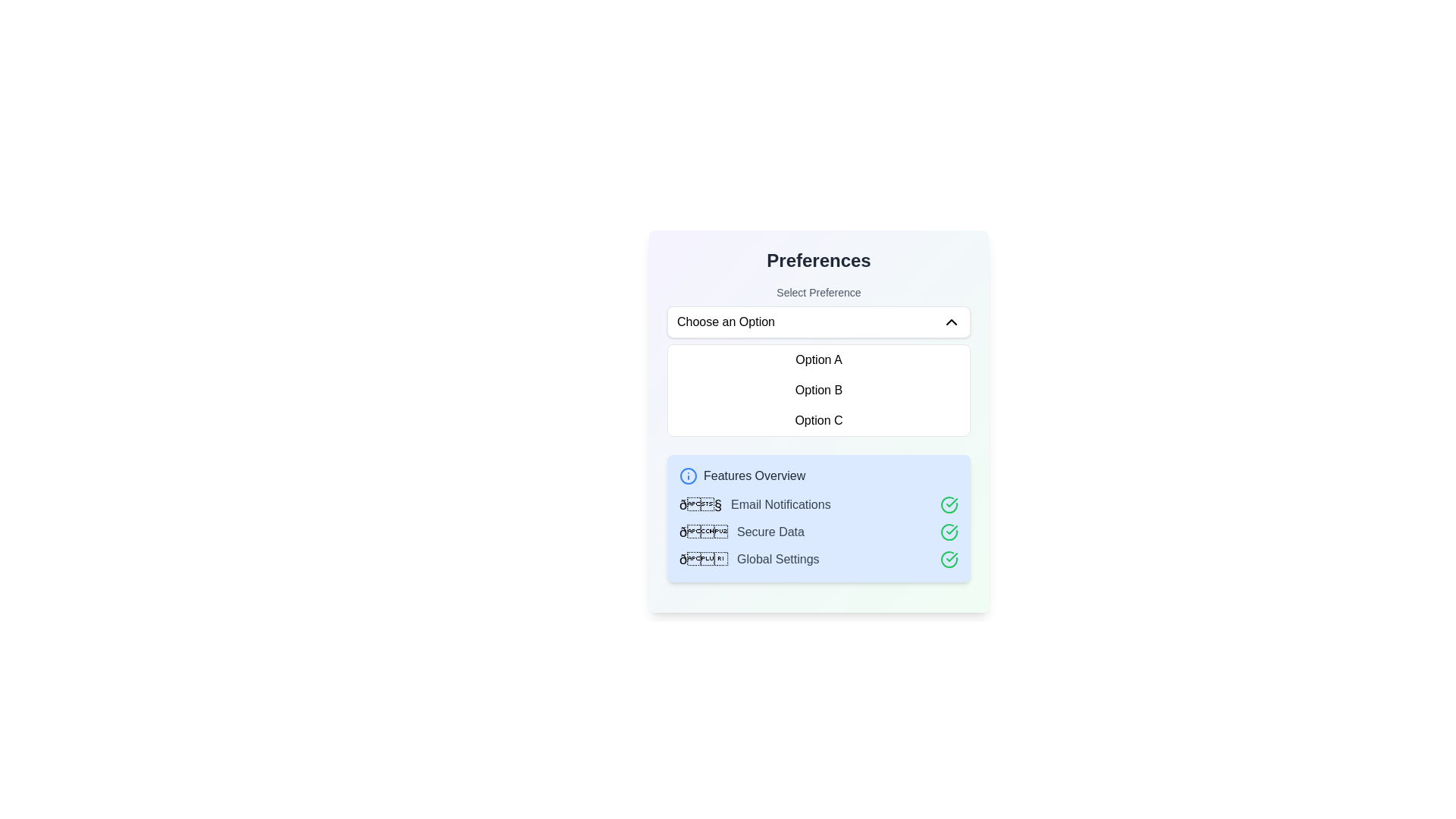 This screenshot has width=1456, height=819. I want to click on the dropdown item labeled 'Option C', so click(818, 421).